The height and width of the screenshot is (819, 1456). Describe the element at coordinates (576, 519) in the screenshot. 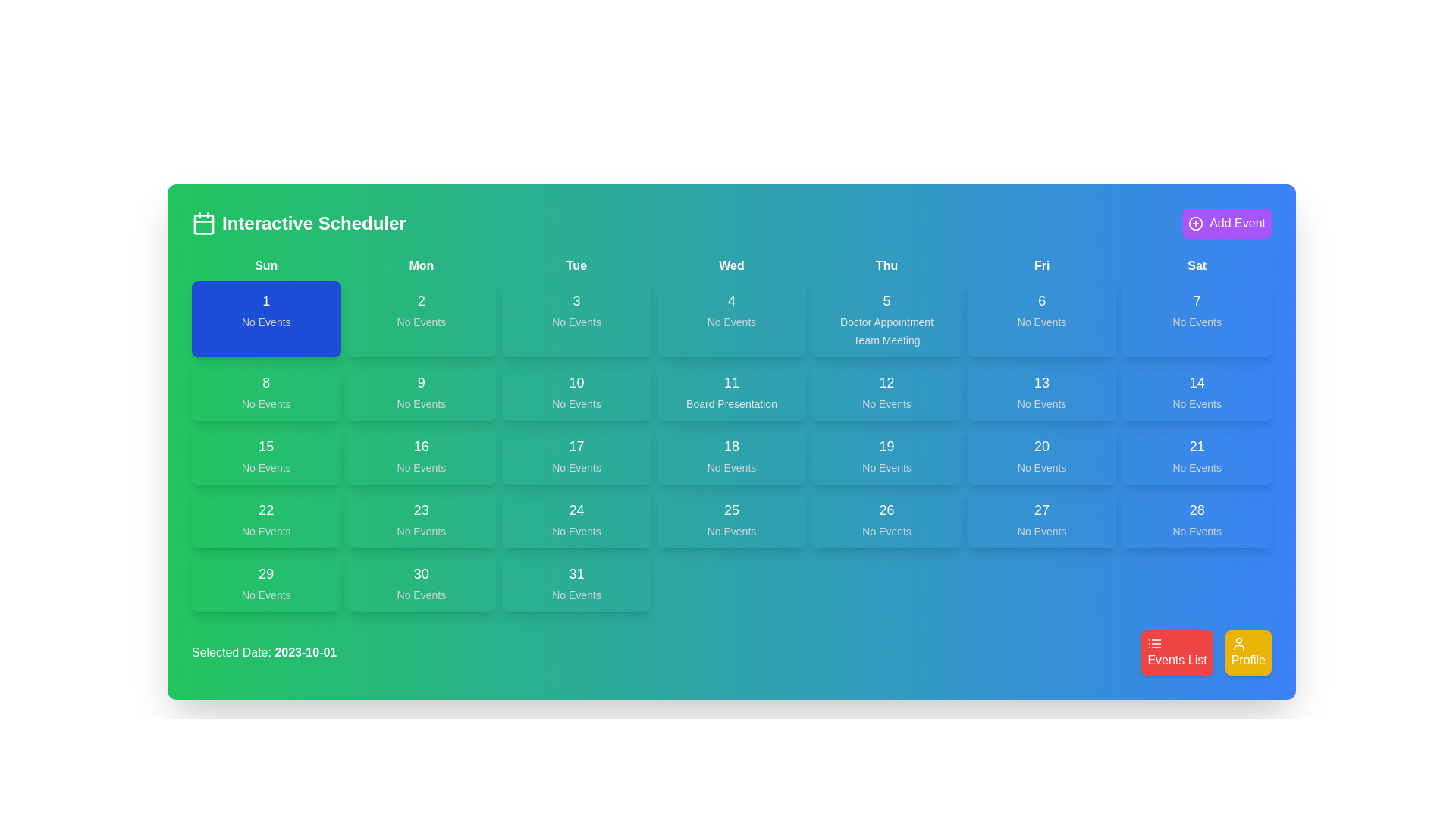

I see `the calendar day cell displaying the date '24'` at that location.